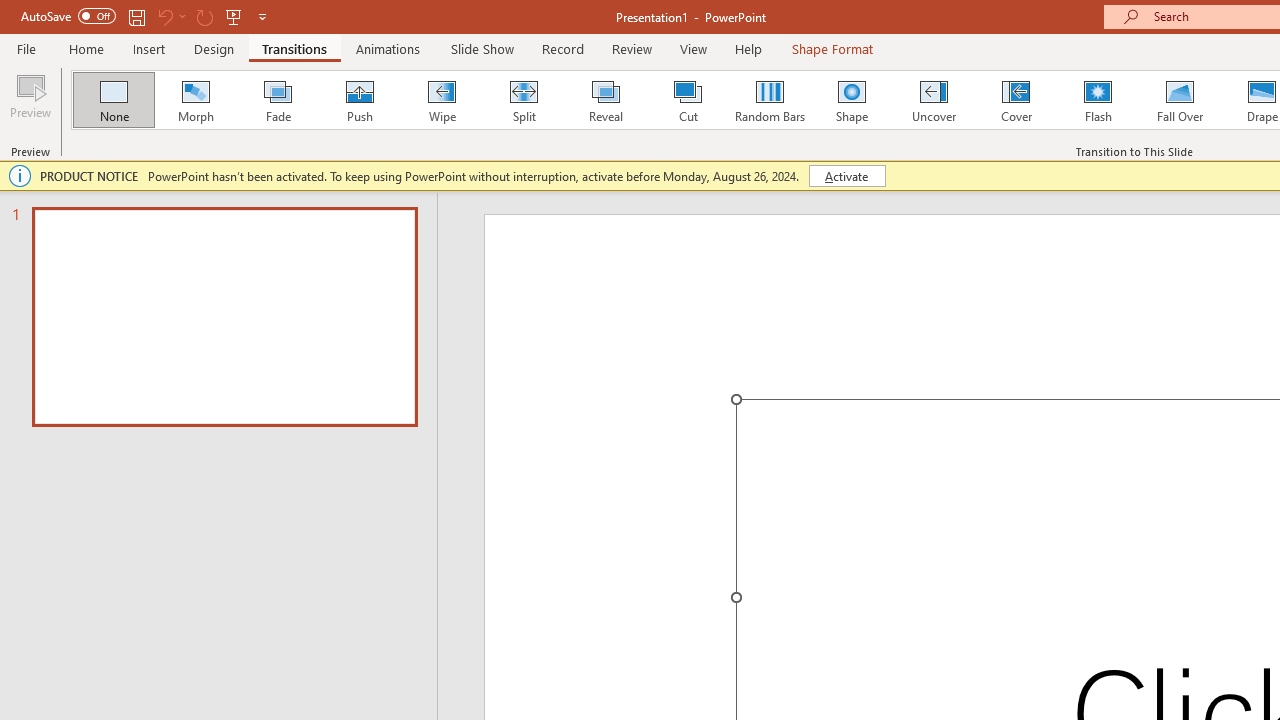 Image resolution: width=1280 pixels, height=720 pixels. I want to click on 'None', so click(112, 100).